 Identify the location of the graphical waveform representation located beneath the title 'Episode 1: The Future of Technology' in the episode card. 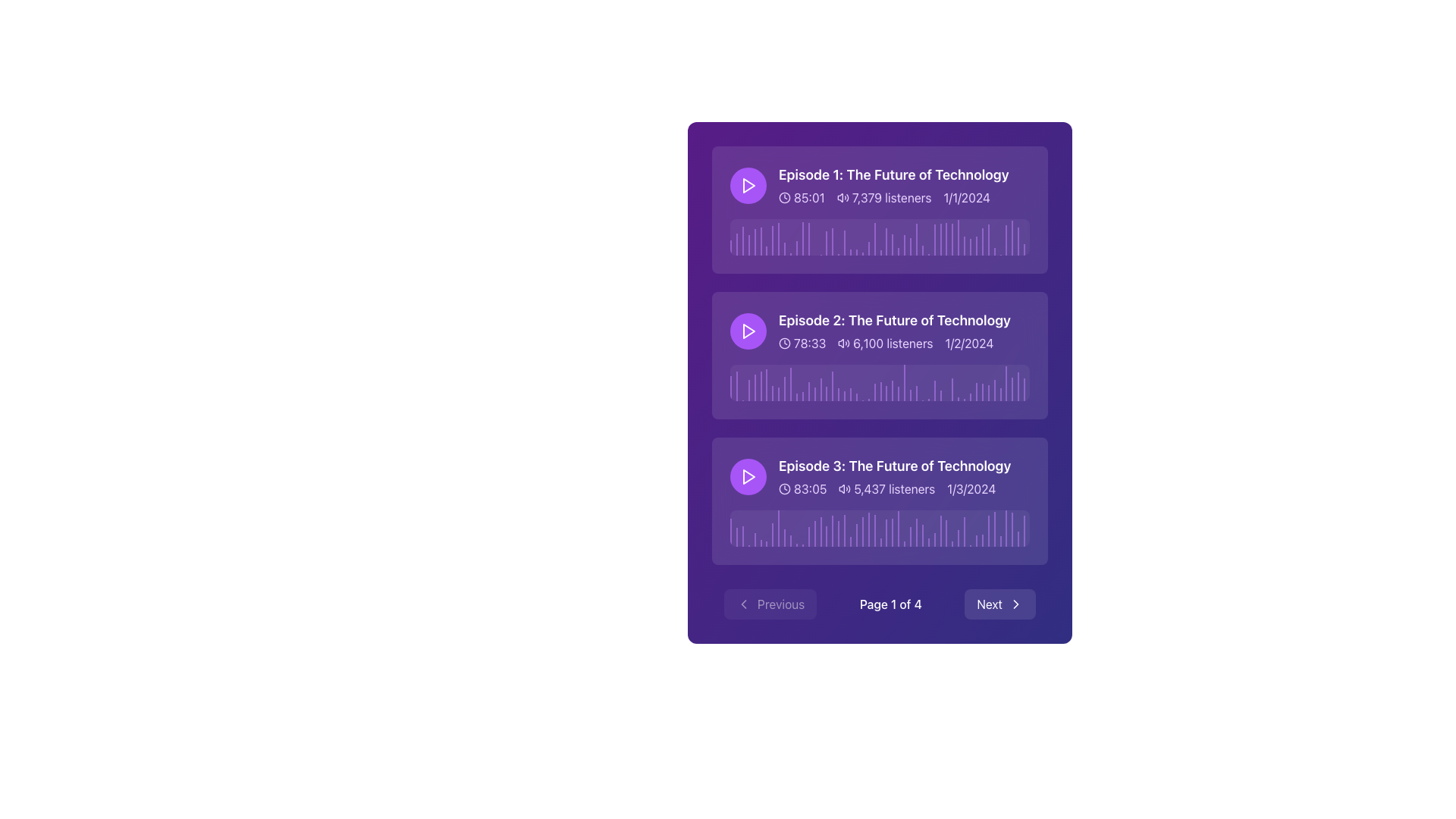
(880, 237).